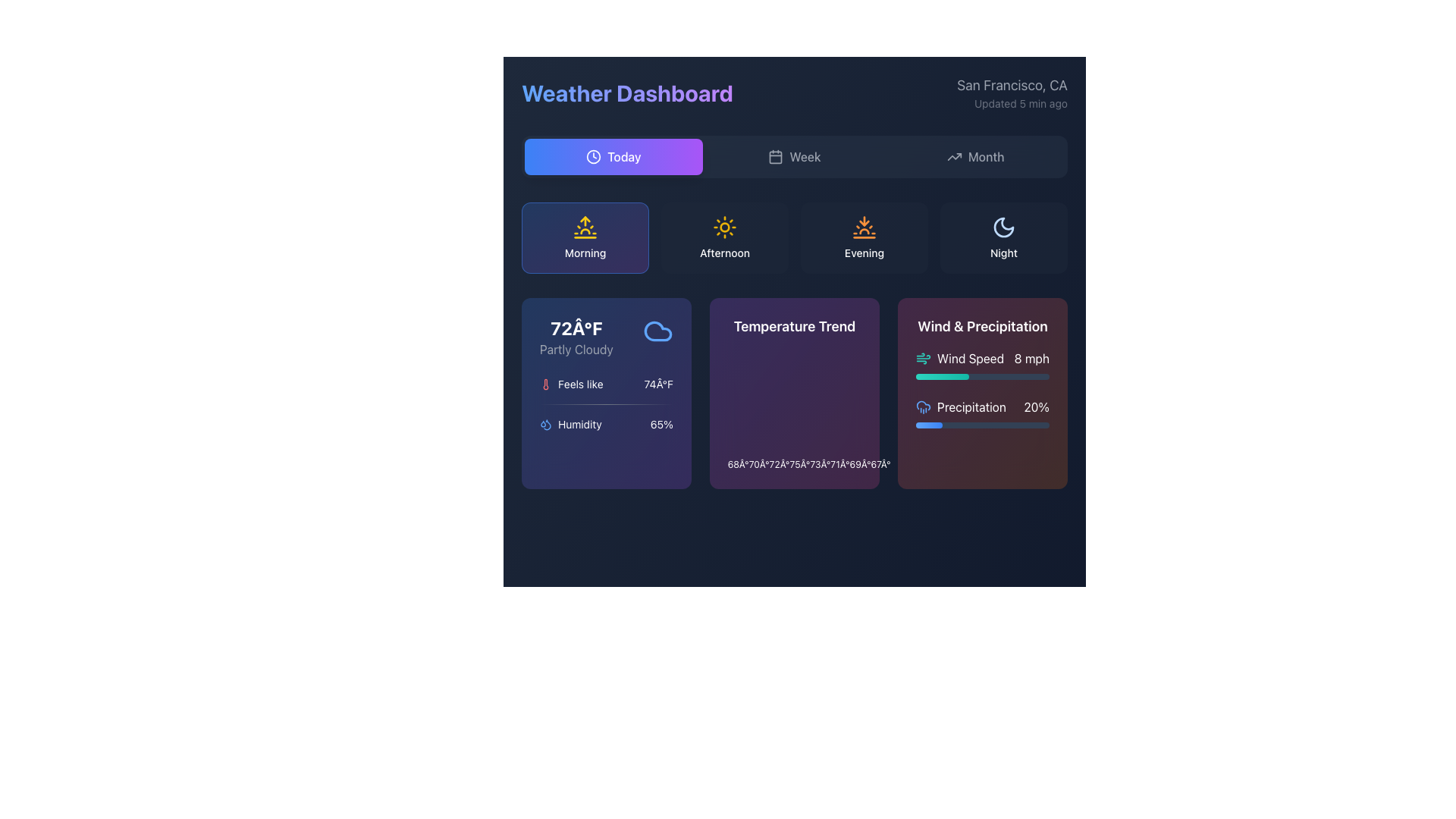 This screenshot has width=1456, height=819. Describe the element at coordinates (1037, 376) in the screenshot. I see `precipitation level` at that location.